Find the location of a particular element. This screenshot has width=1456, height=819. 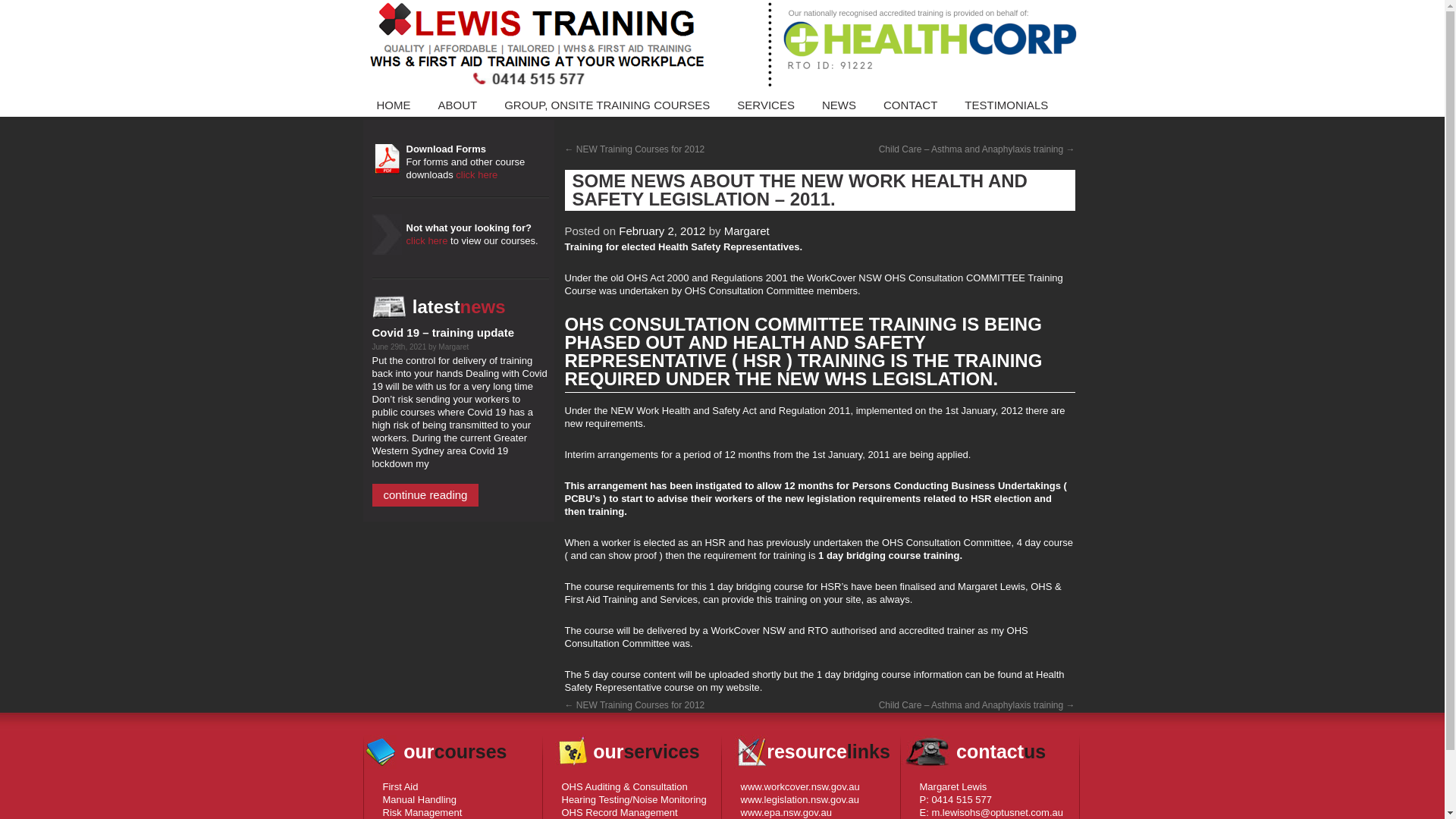

'Risk Management' is located at coordinates (422, 811).